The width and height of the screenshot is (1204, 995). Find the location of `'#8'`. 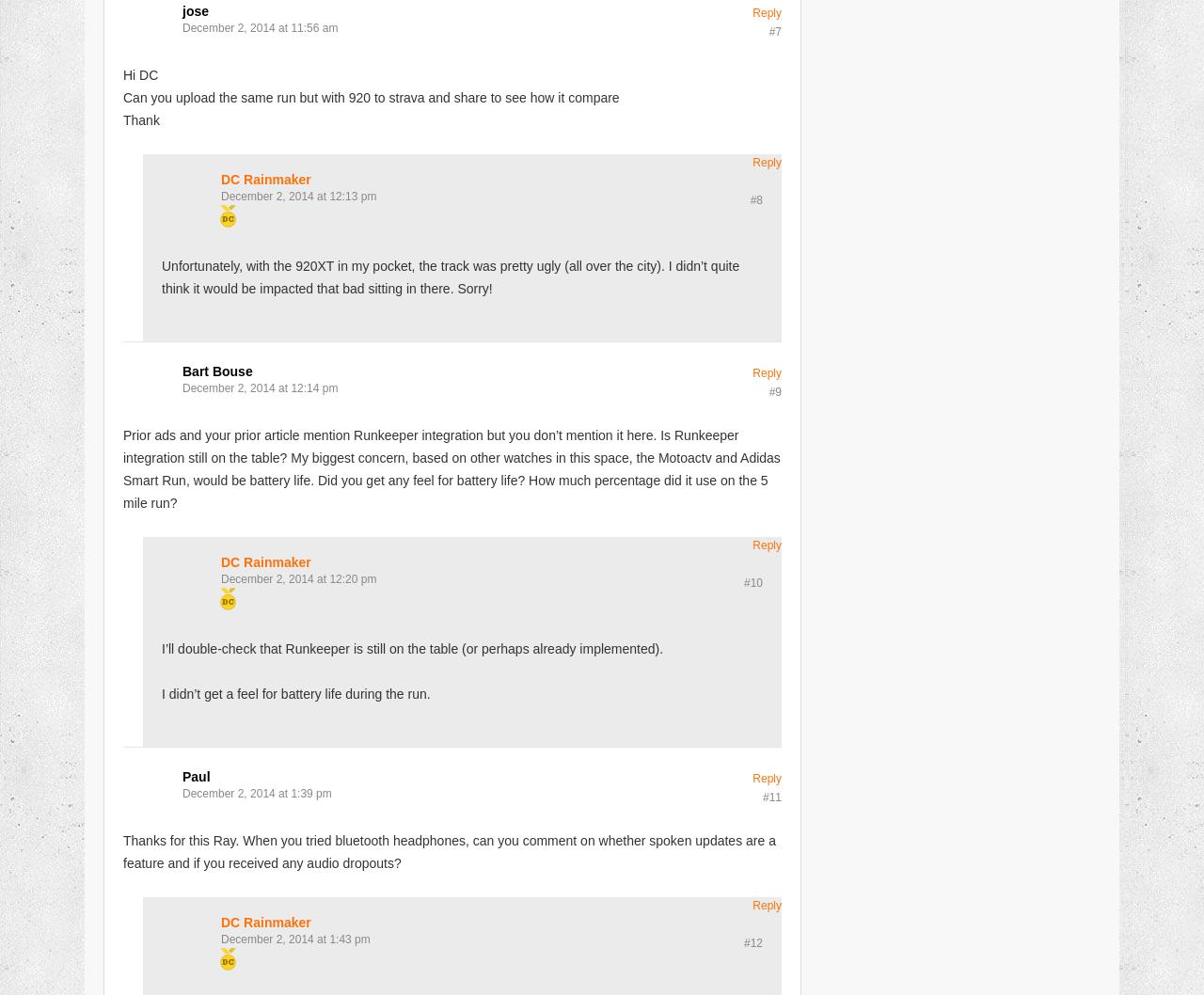

'#8' is located at coordinates (749, 199).